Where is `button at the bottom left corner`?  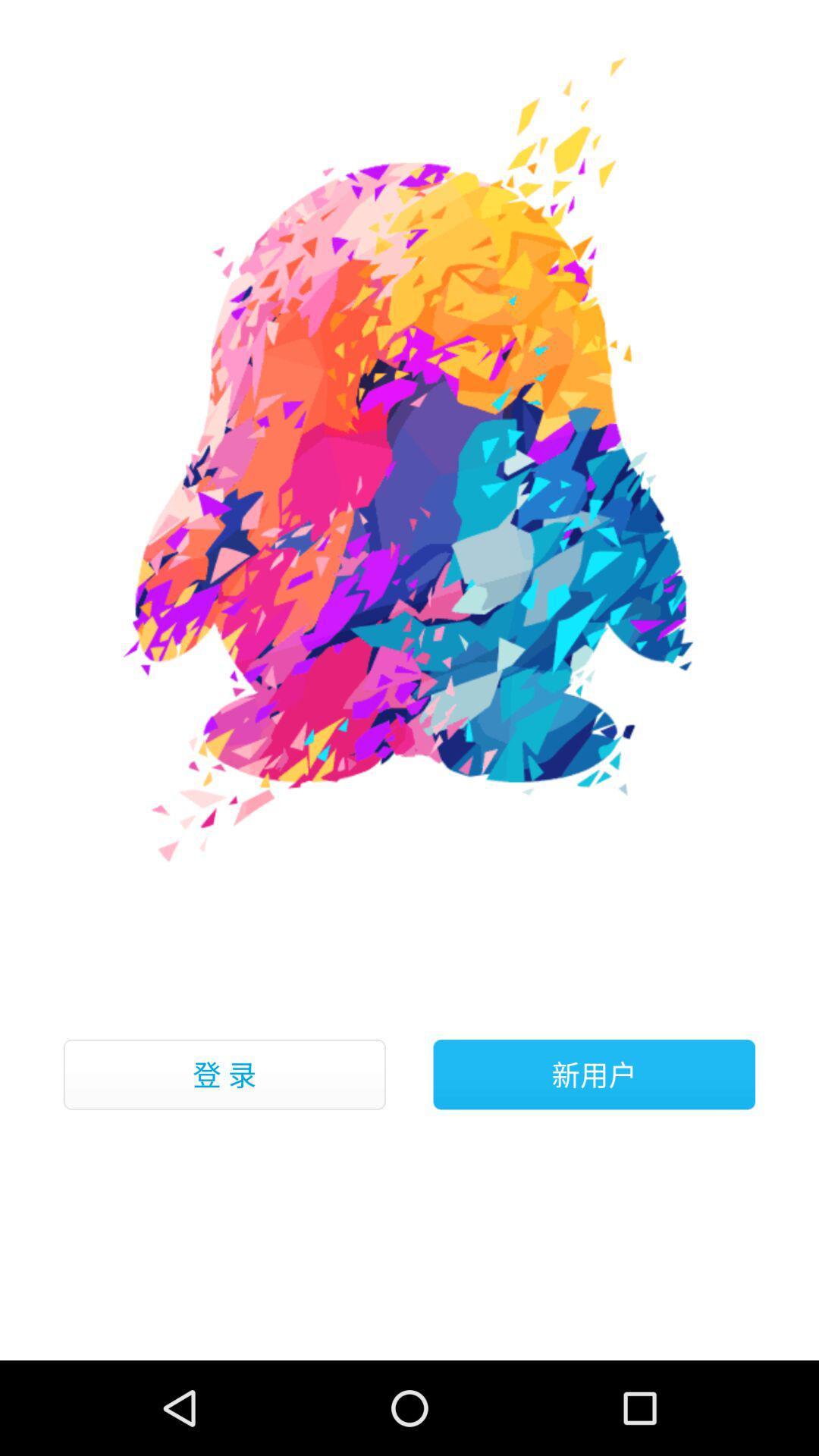 button at the bottom left corner is located at coordinates (224, 1074).